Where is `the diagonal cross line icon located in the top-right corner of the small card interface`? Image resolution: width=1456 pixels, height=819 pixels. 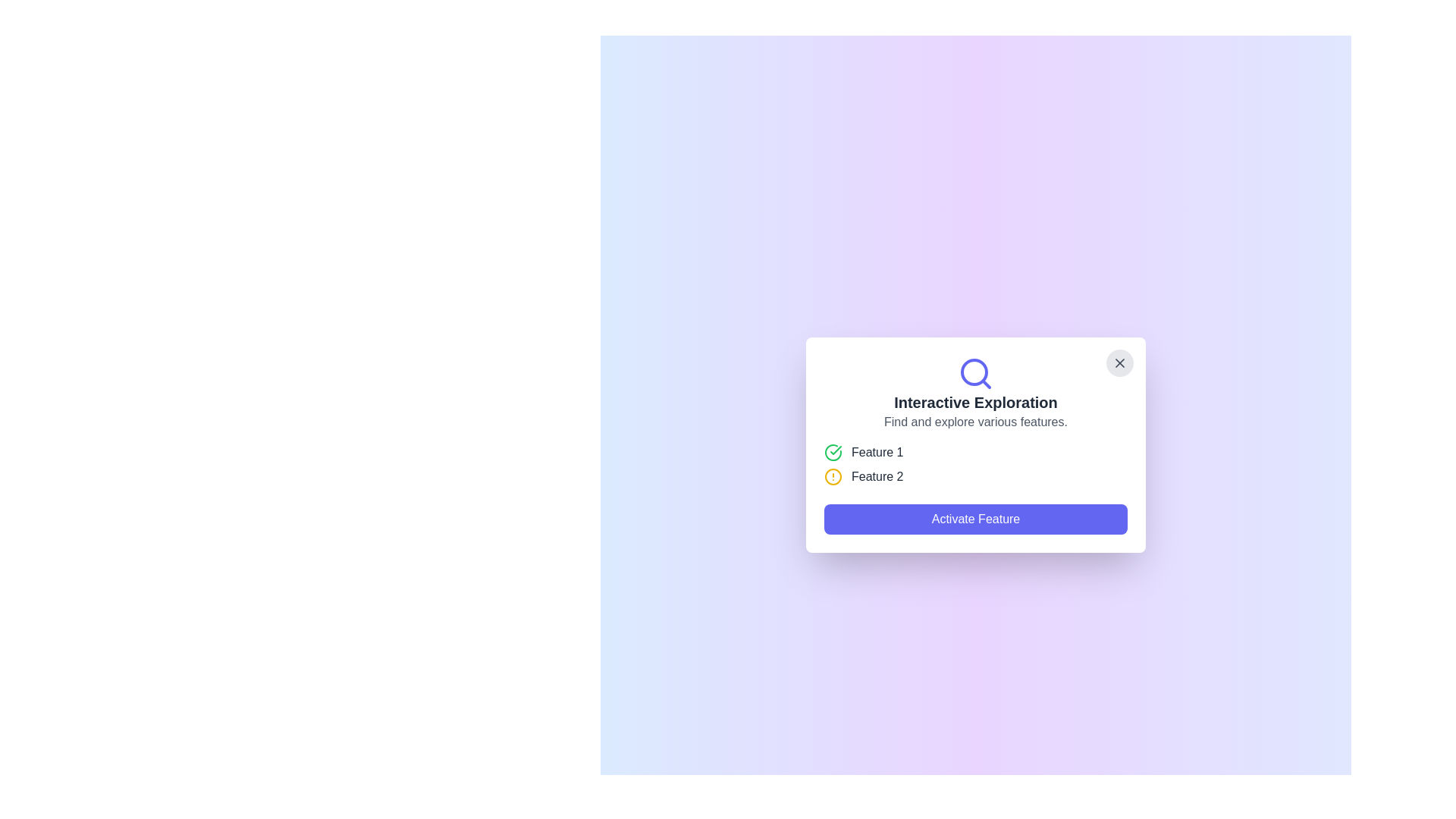
the diagonal cross line icon located in the top-right corner of the small card interface is located at coordinates (1120, 362).